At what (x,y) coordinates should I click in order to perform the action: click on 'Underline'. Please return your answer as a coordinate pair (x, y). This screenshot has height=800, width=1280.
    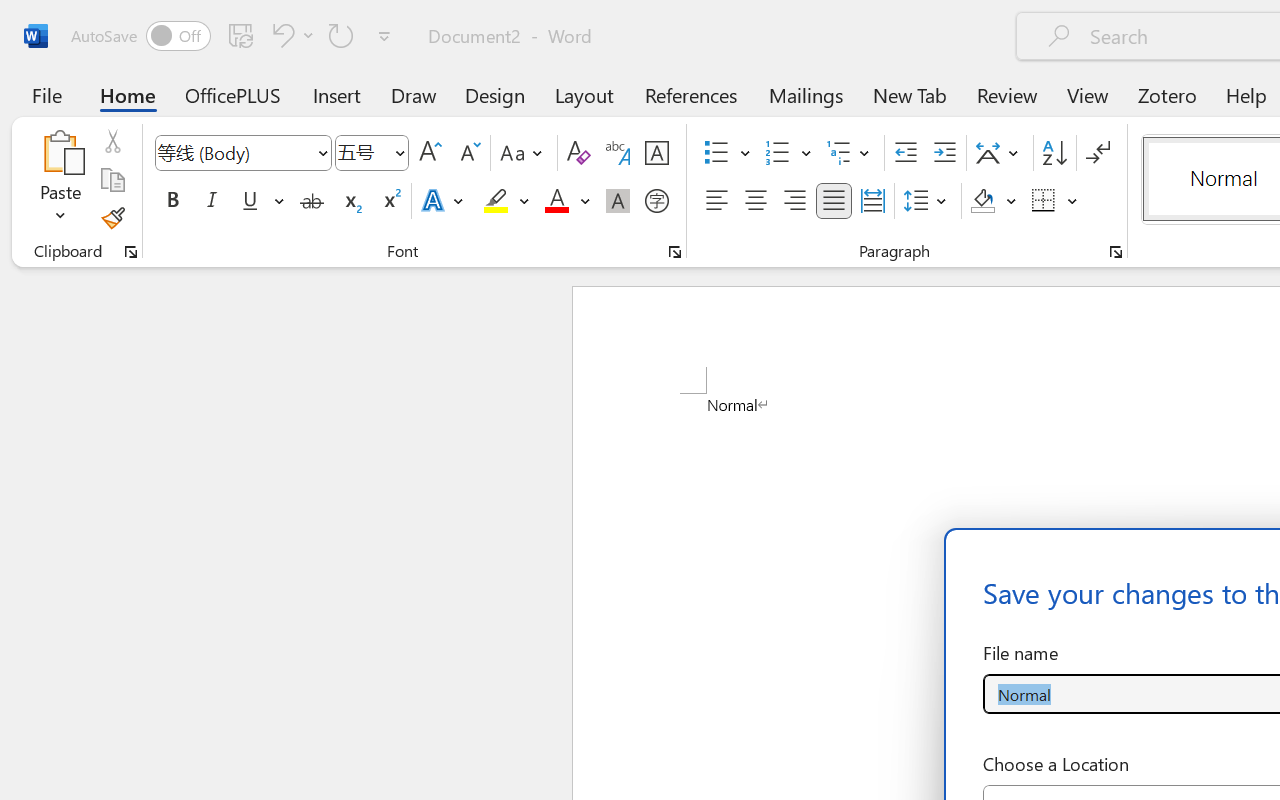
    Looking at the image, I should click on (260, 201).